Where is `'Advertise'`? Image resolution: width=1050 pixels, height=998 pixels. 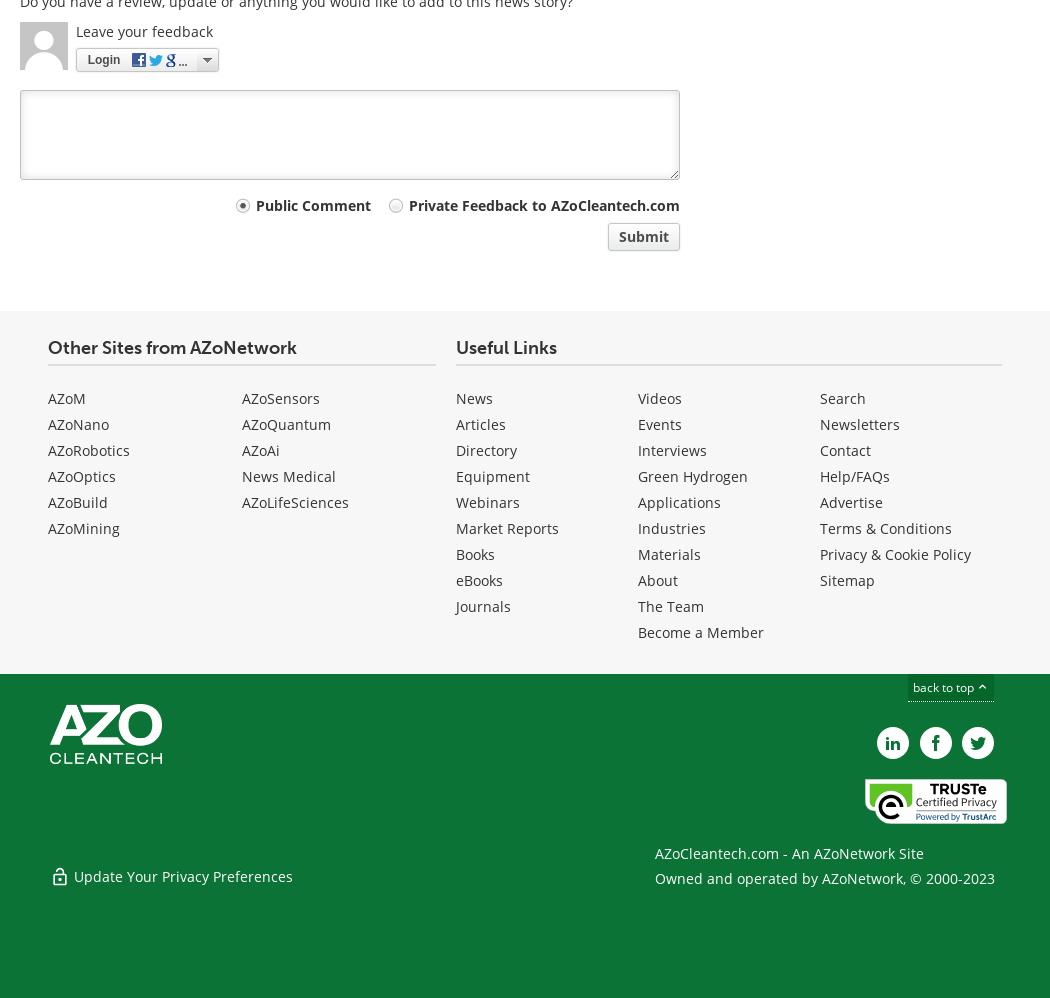
'Advertise' is located at coordinates (850, 502).